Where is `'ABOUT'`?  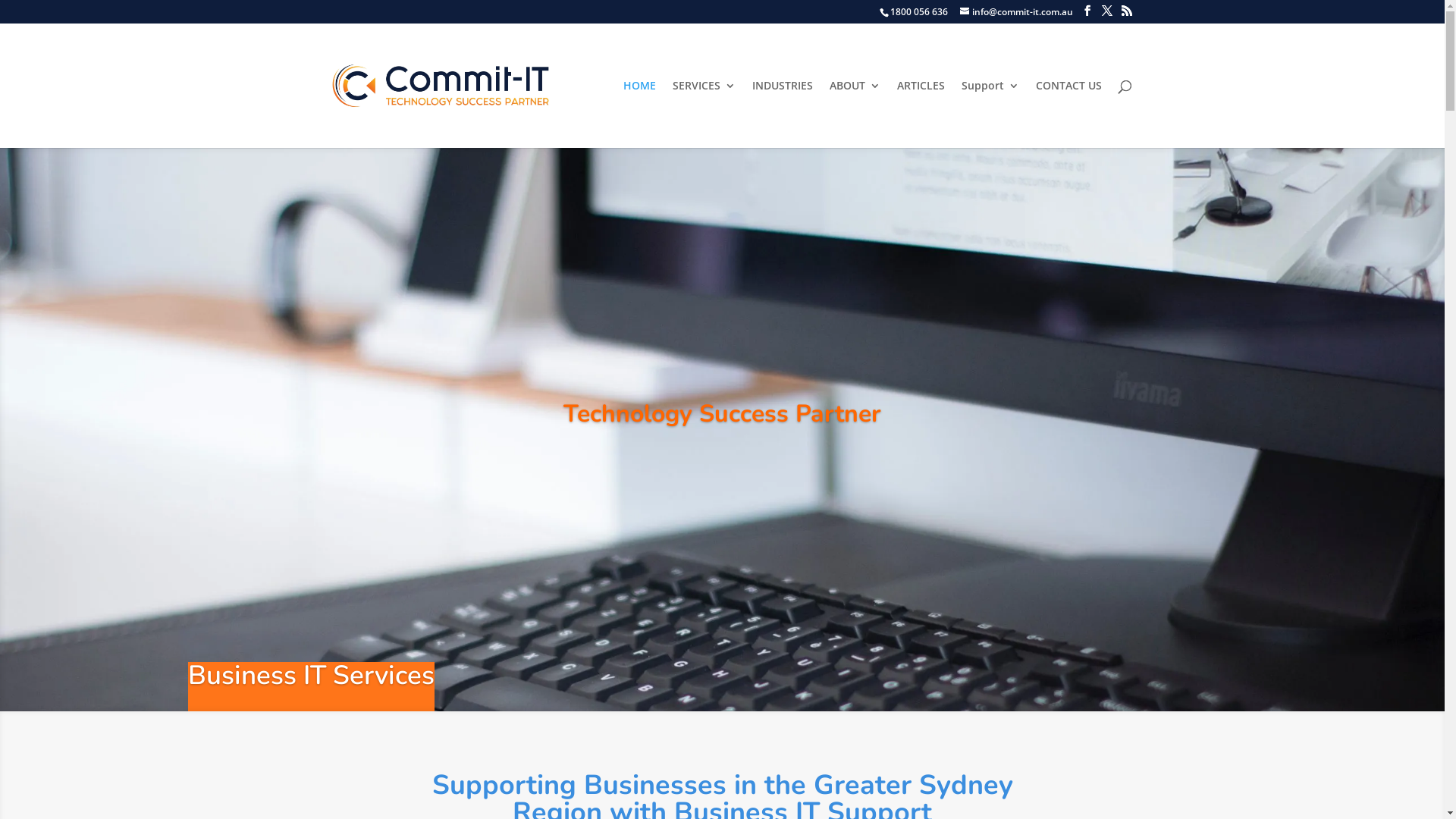 'ABOUT' is located at coordinates (855, 113).